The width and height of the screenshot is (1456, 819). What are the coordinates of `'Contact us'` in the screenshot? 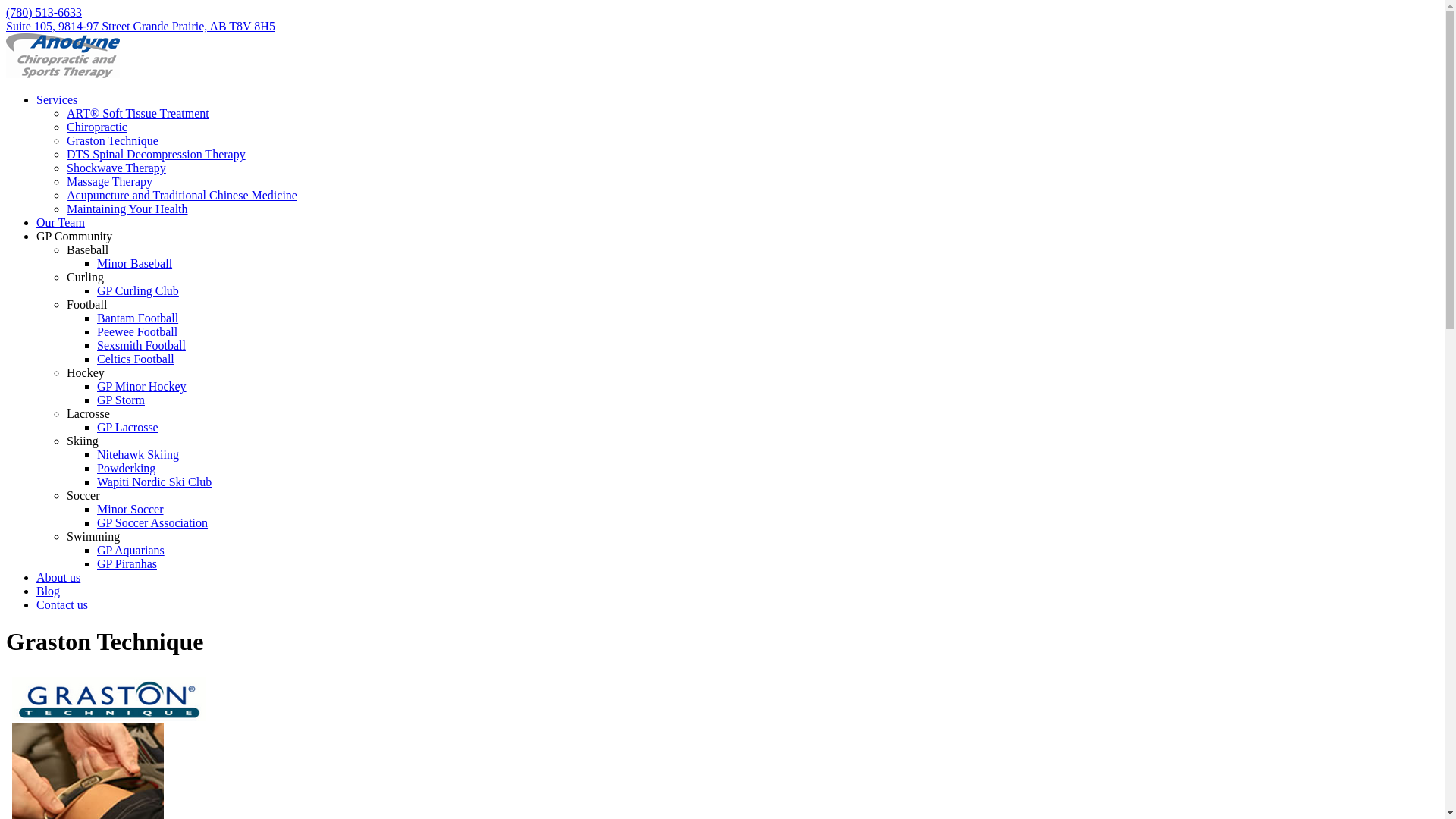 It's located at (61, 604).